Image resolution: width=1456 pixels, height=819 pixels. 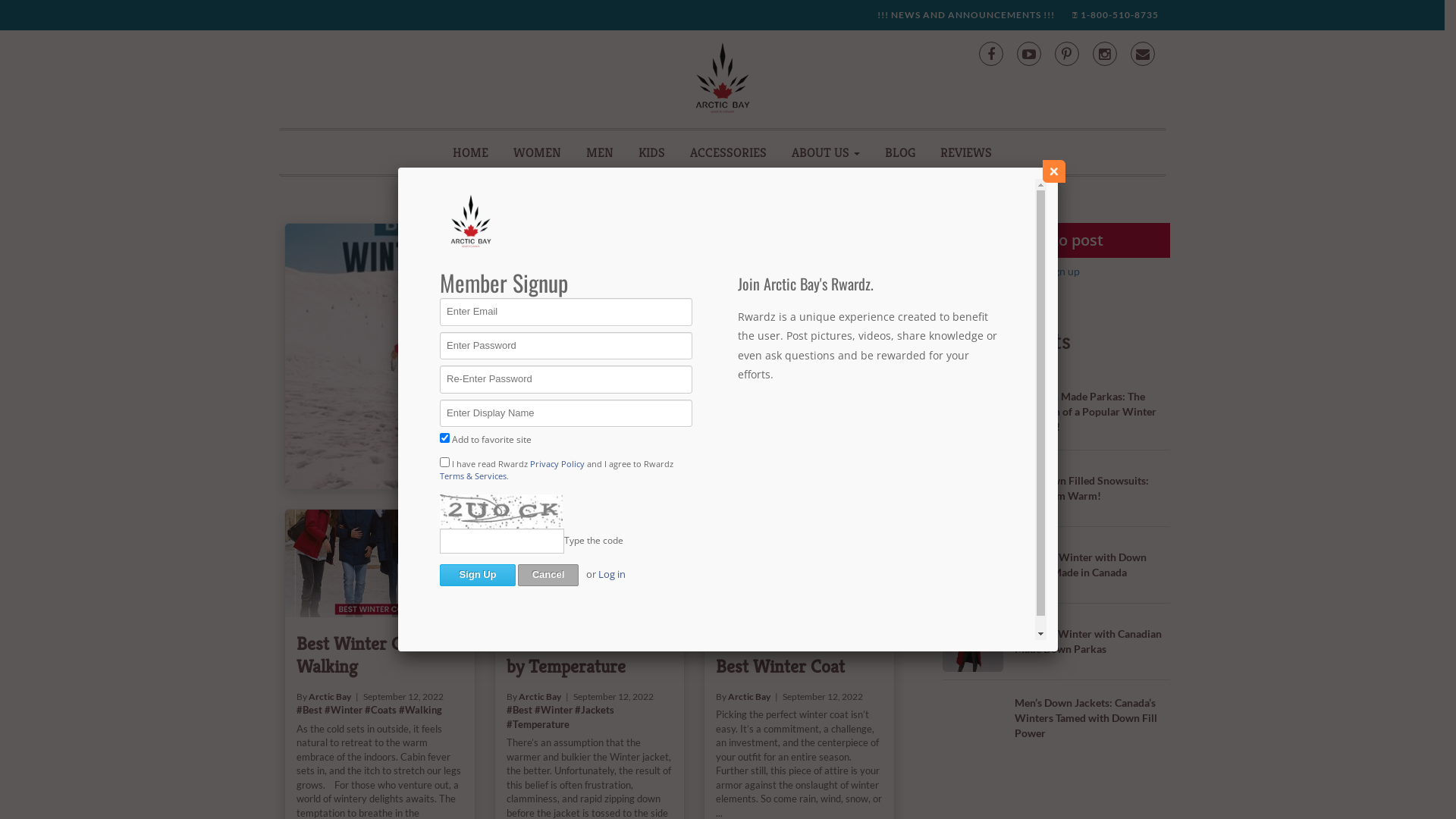 I want to click on '#Jackets', so click(x=574, y=710).